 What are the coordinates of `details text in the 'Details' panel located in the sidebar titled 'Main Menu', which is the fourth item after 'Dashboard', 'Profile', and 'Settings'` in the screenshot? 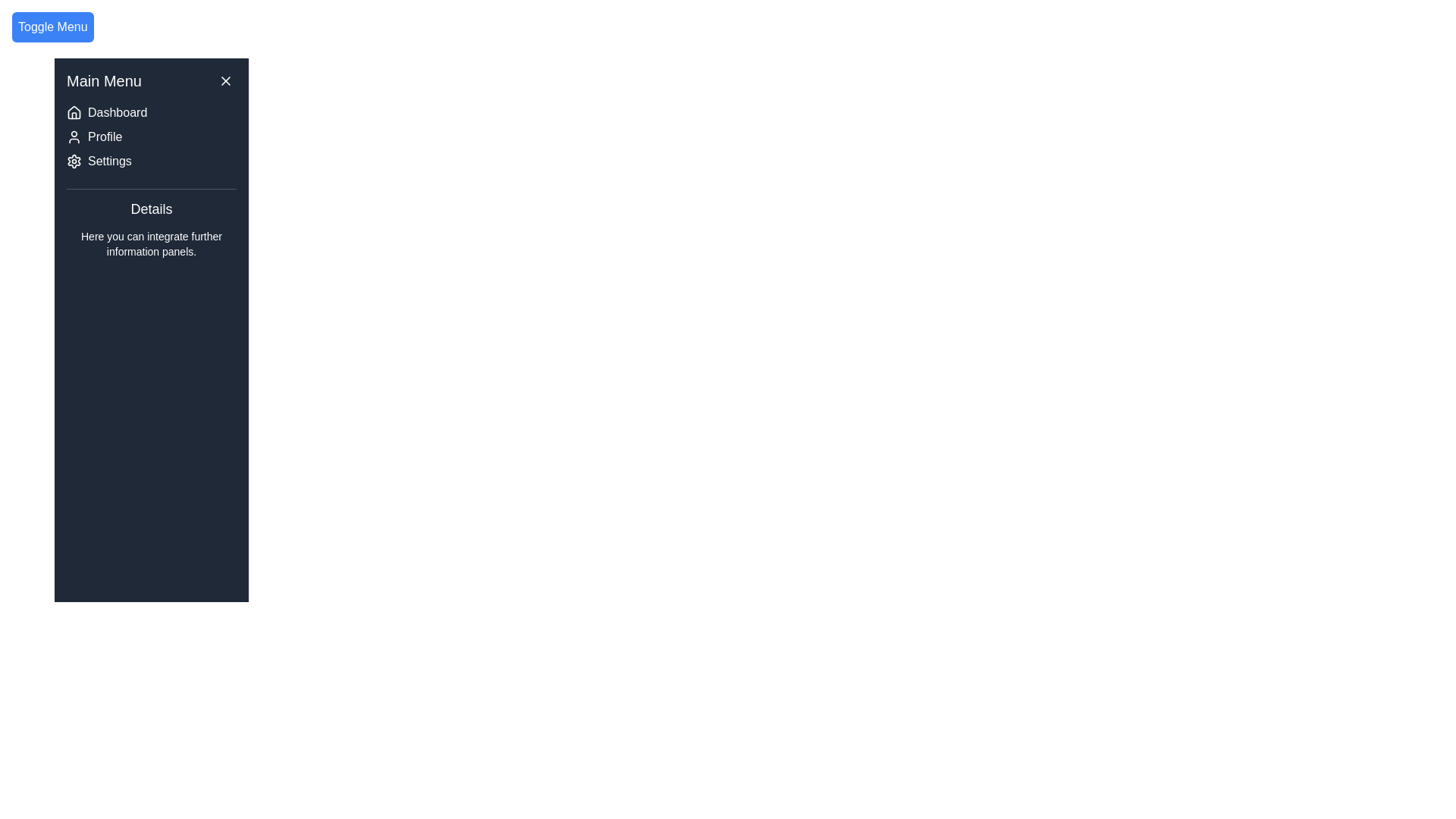 It's located at (152, 228).